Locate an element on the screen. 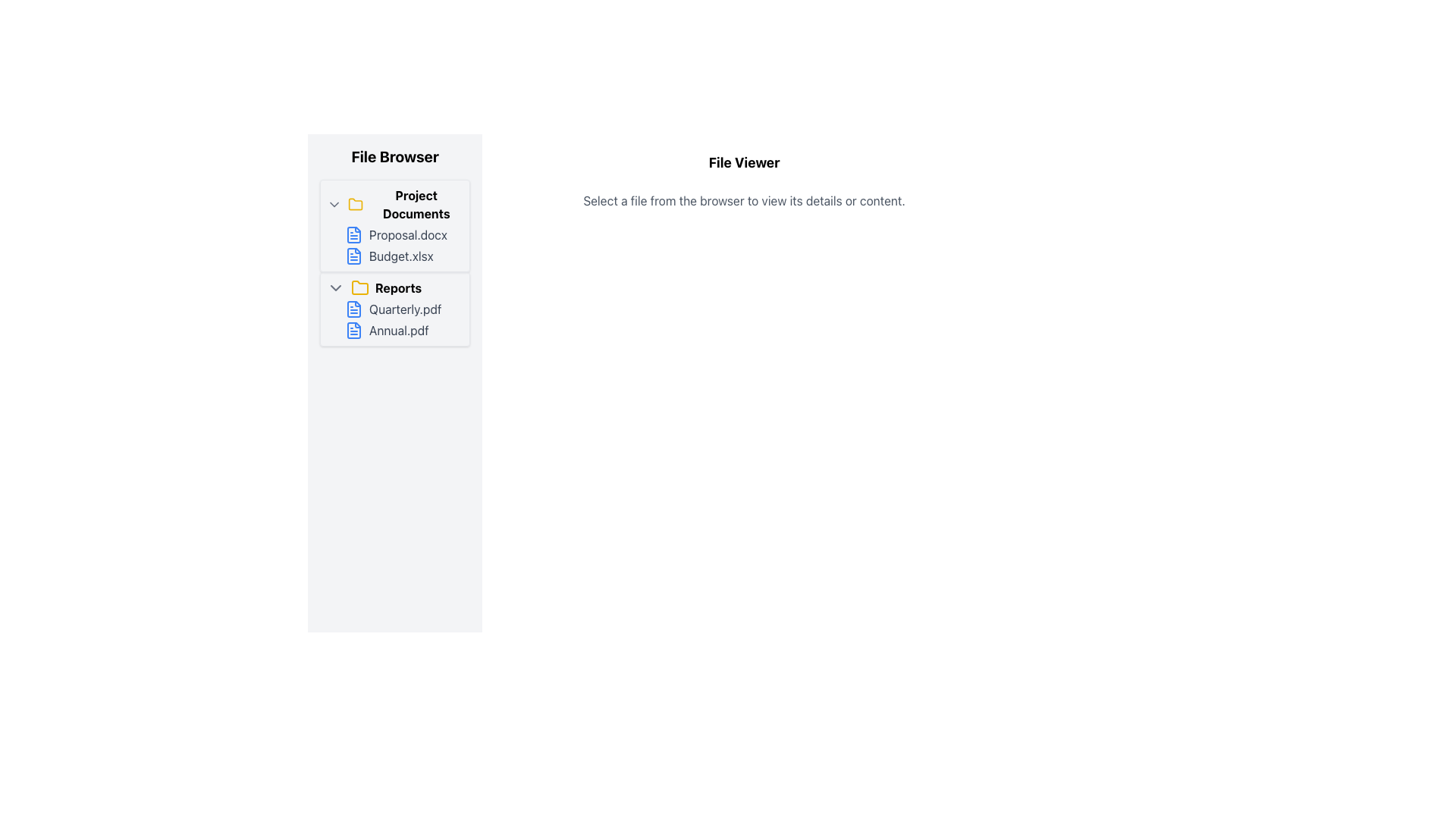  the document icon styled in blue, representing 'Proposal.docx' in the 'File Browser' section is located at coordinates (353, 309).